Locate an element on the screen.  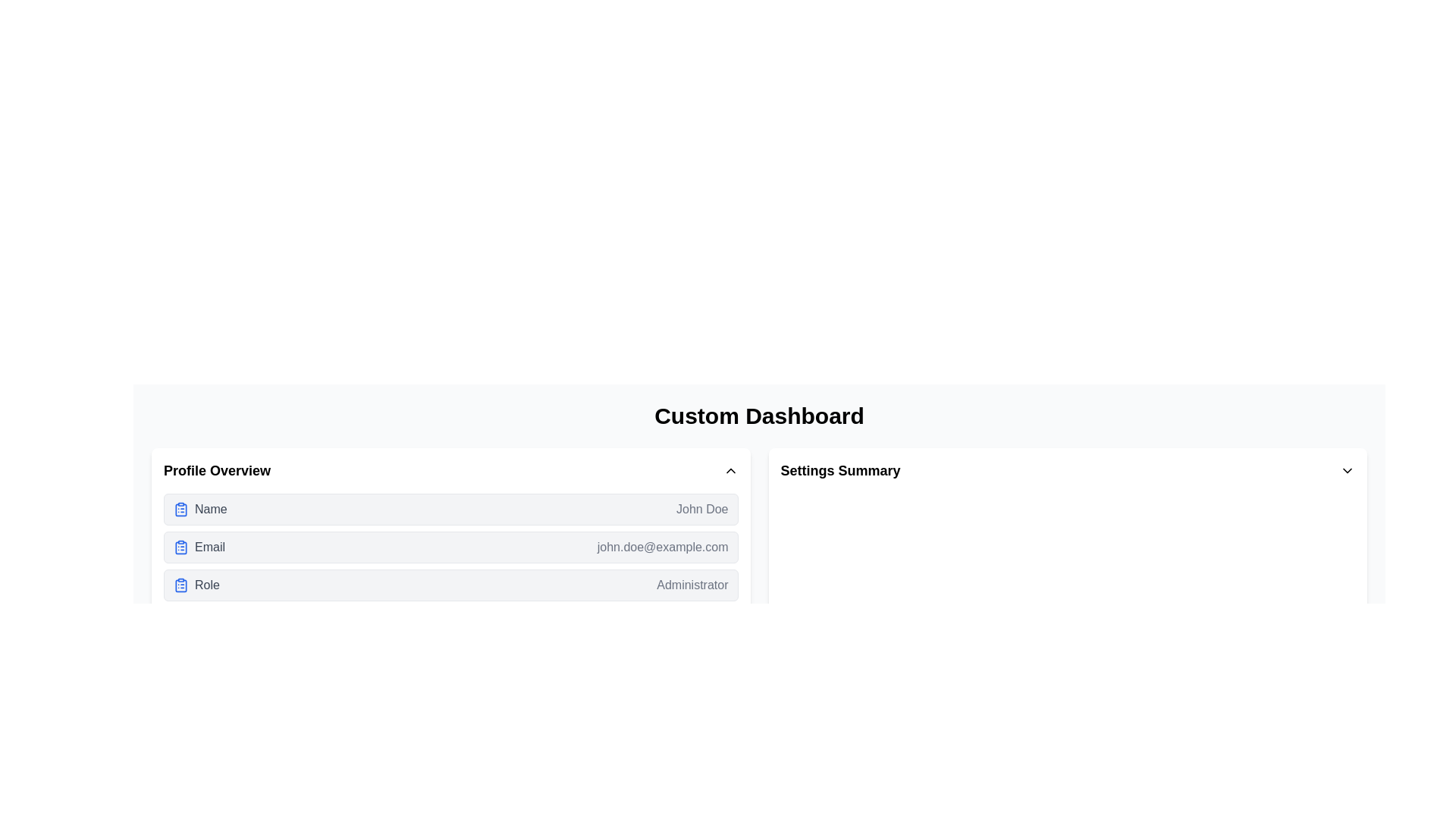
the Information Section, which is a rectangular area with a white background and rounded corners located below the 'Custom Dashboard' title is located at coordinates (450, 529).